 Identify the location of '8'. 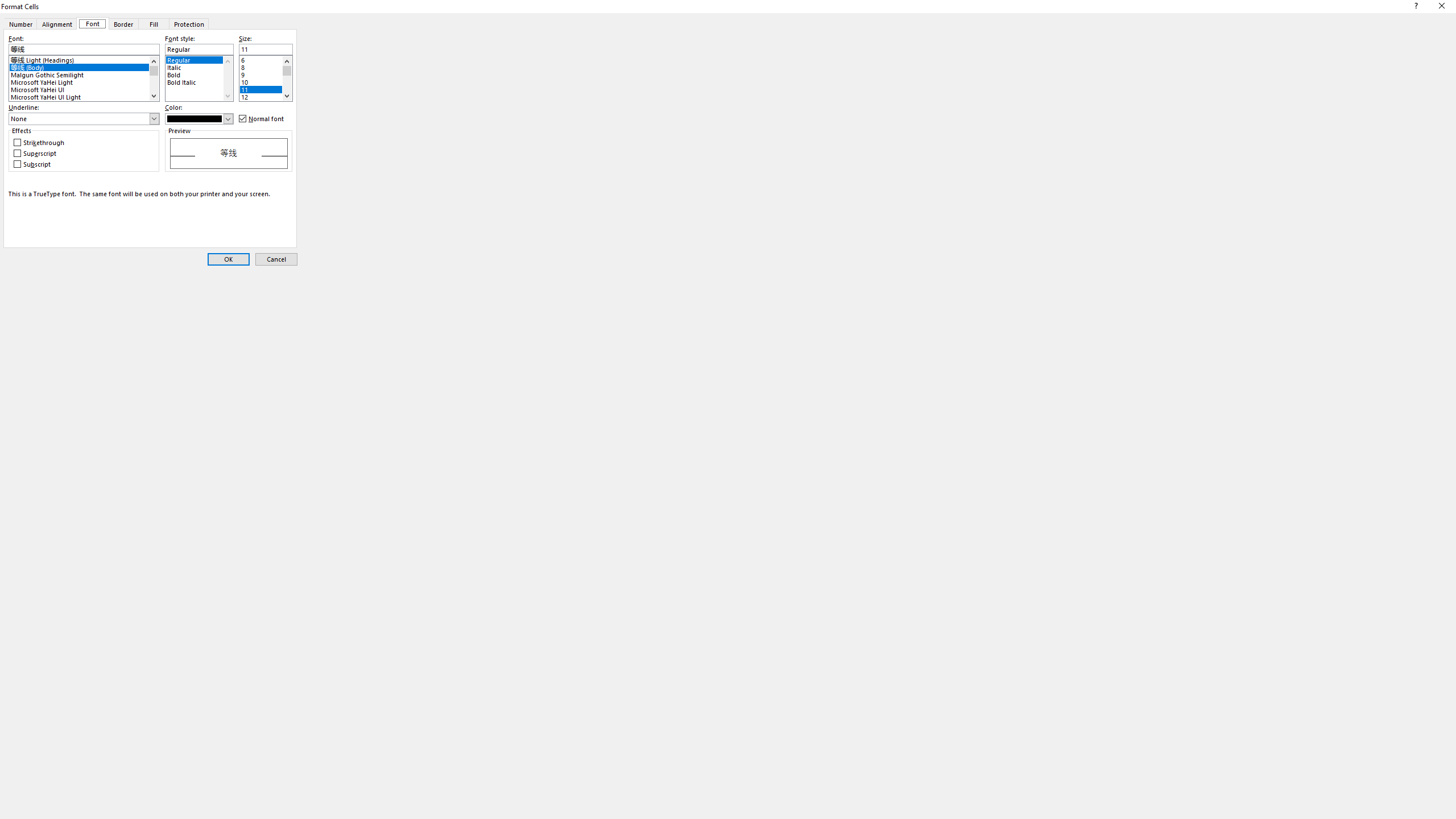
(265, 65).